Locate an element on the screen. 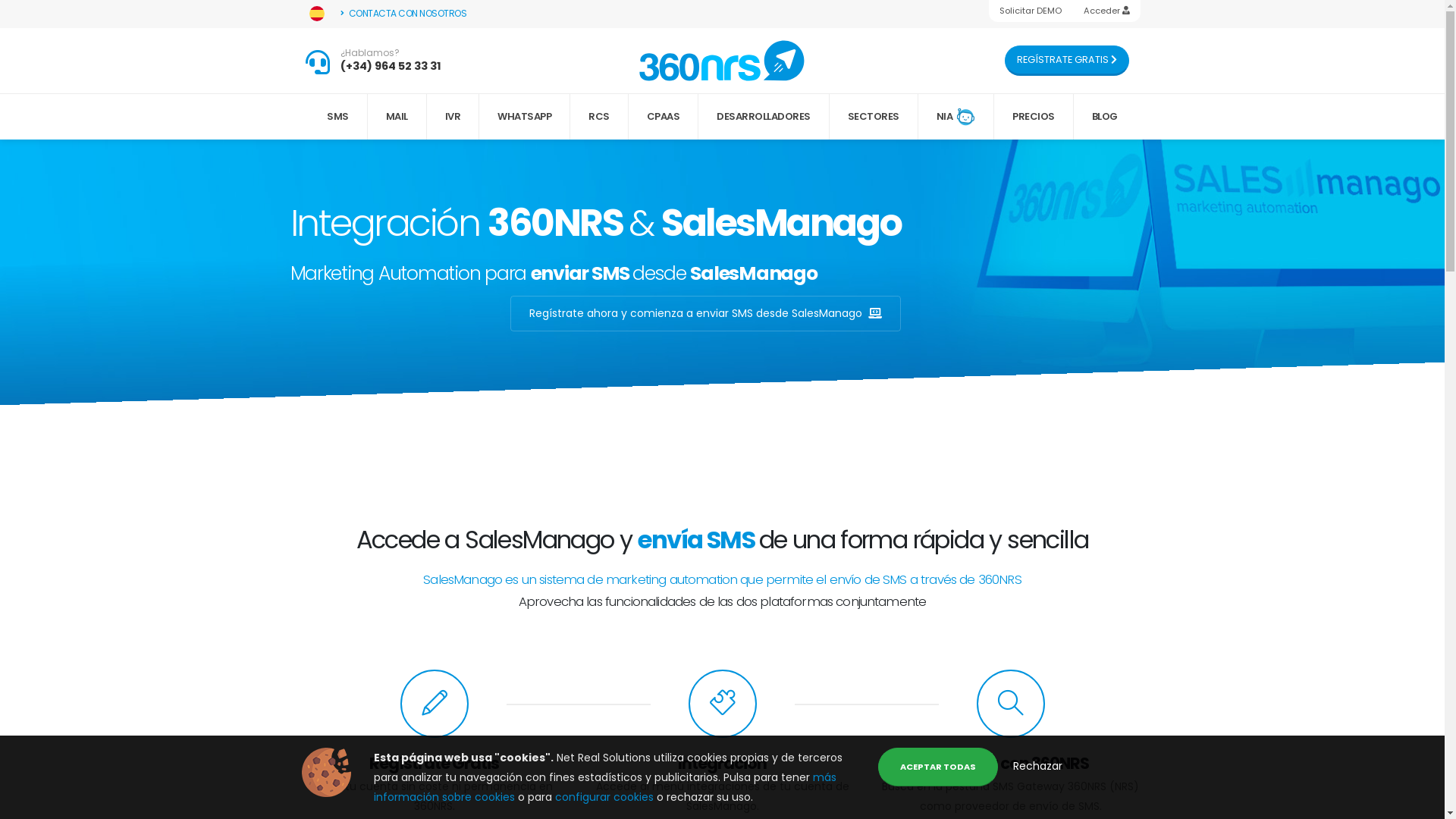 The image size is (1456, 819). 'Rechazar' is located at coordinates (1037, 766).